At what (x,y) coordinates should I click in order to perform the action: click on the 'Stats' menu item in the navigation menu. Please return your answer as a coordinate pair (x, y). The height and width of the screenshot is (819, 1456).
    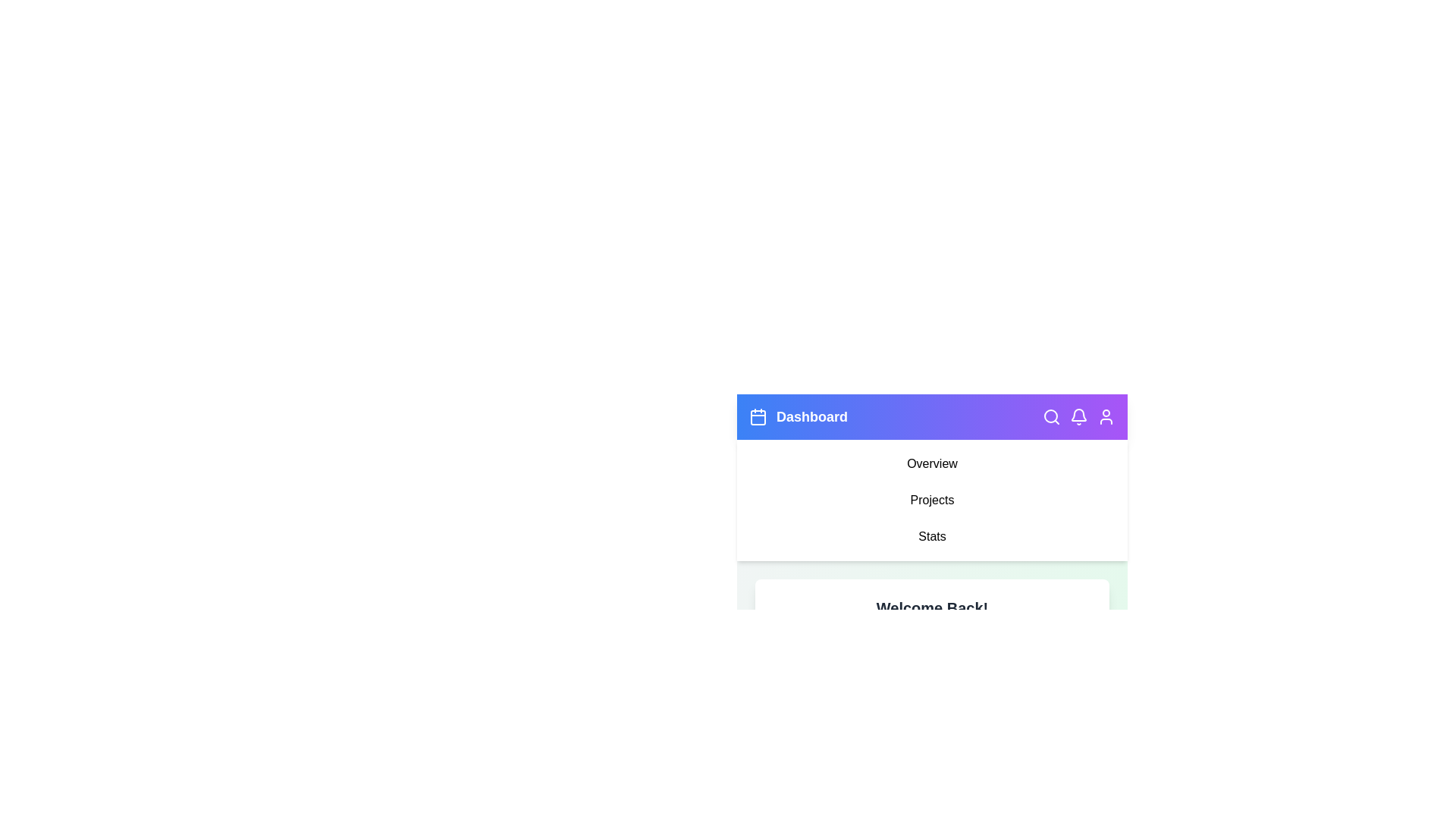
    Looking at the image, I should click on (931, 536).